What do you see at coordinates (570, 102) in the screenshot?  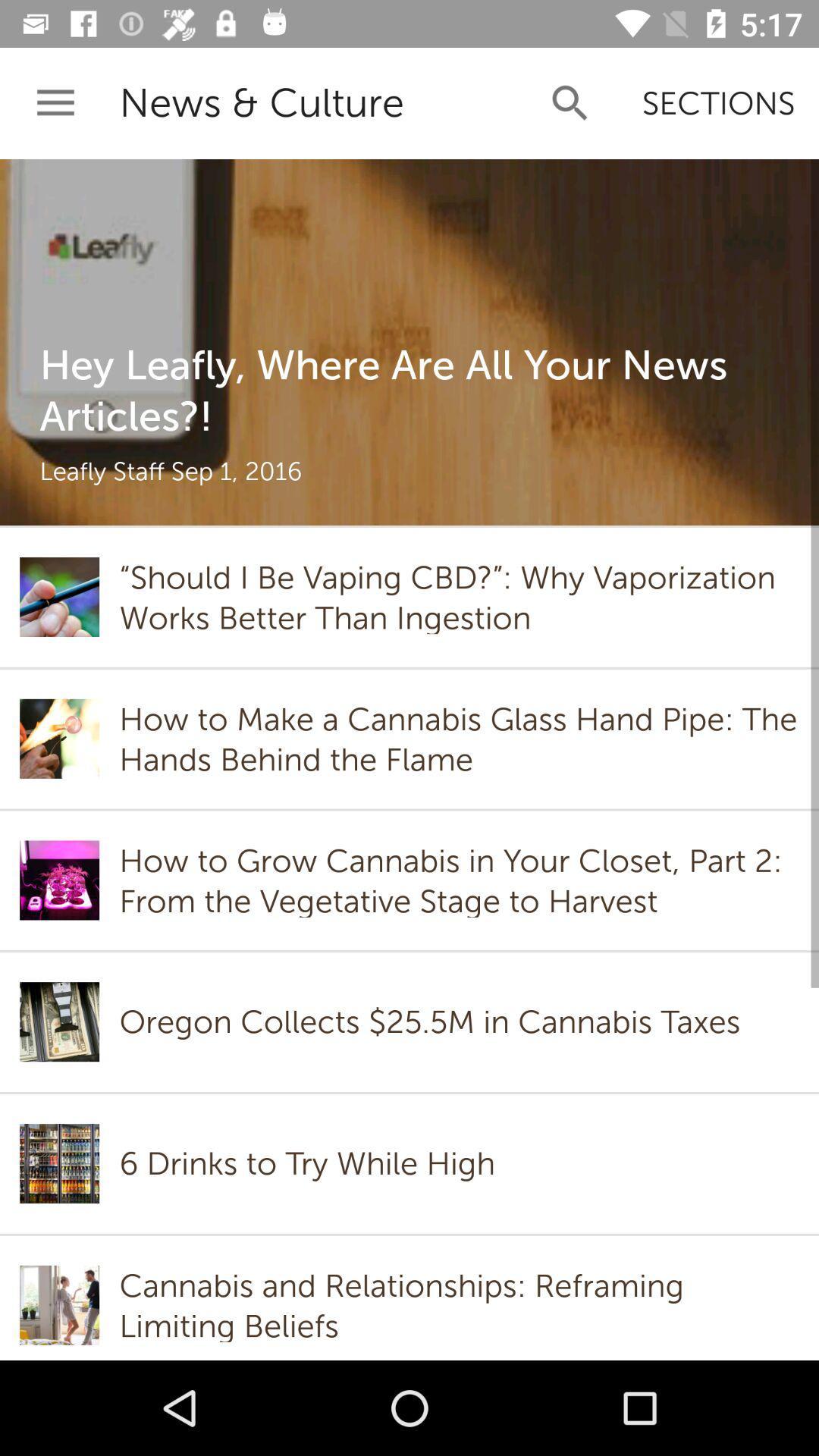 I see `the icon to the left of the sections` at bounding box center [570, 102].